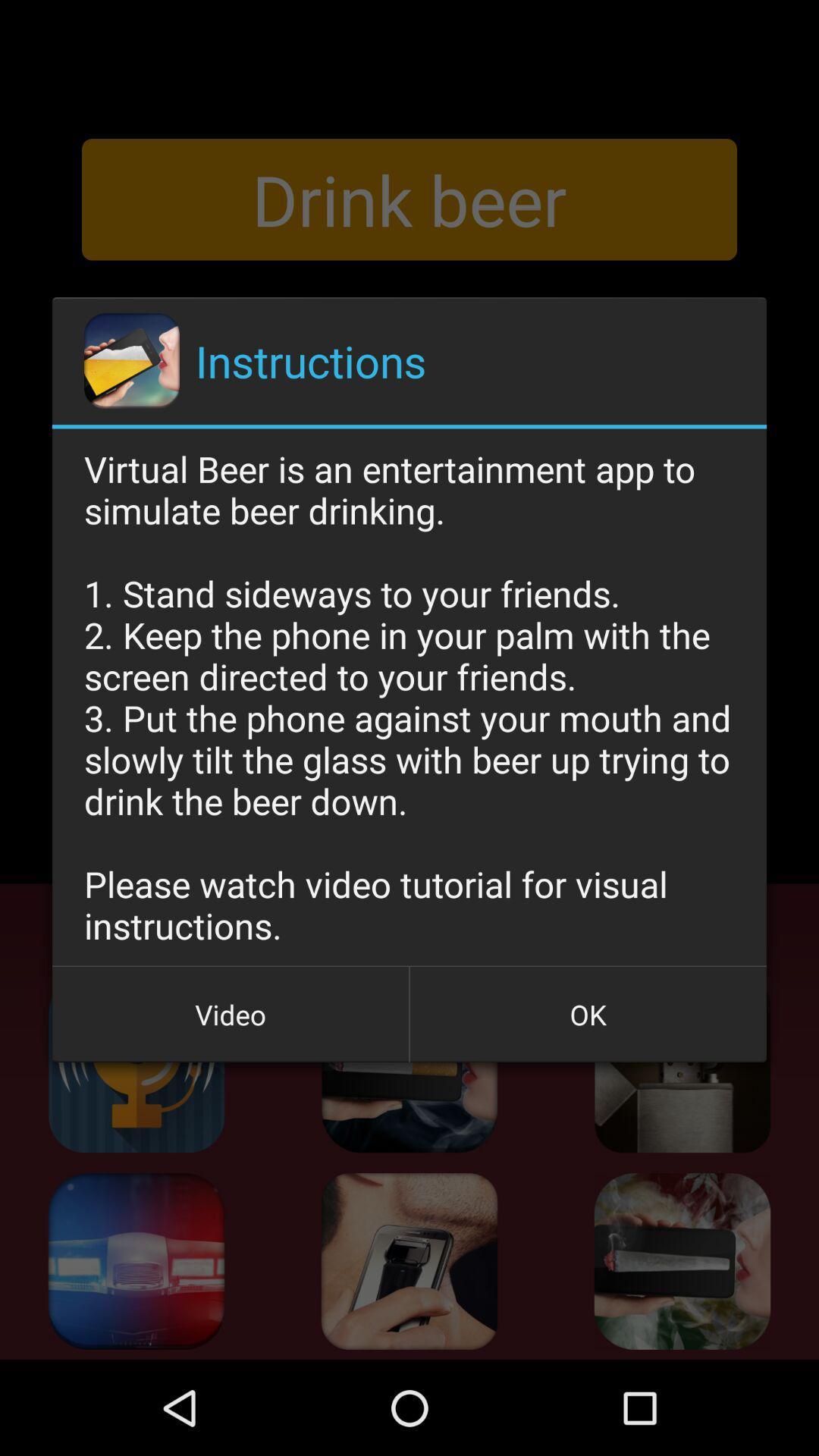 The height and width of the screenshot is (1456, 819). What do you see at coordinates (231, 1015) in the screenshot?
I see `the icon at the bottom left corner` at bounding box center [231, 1015].